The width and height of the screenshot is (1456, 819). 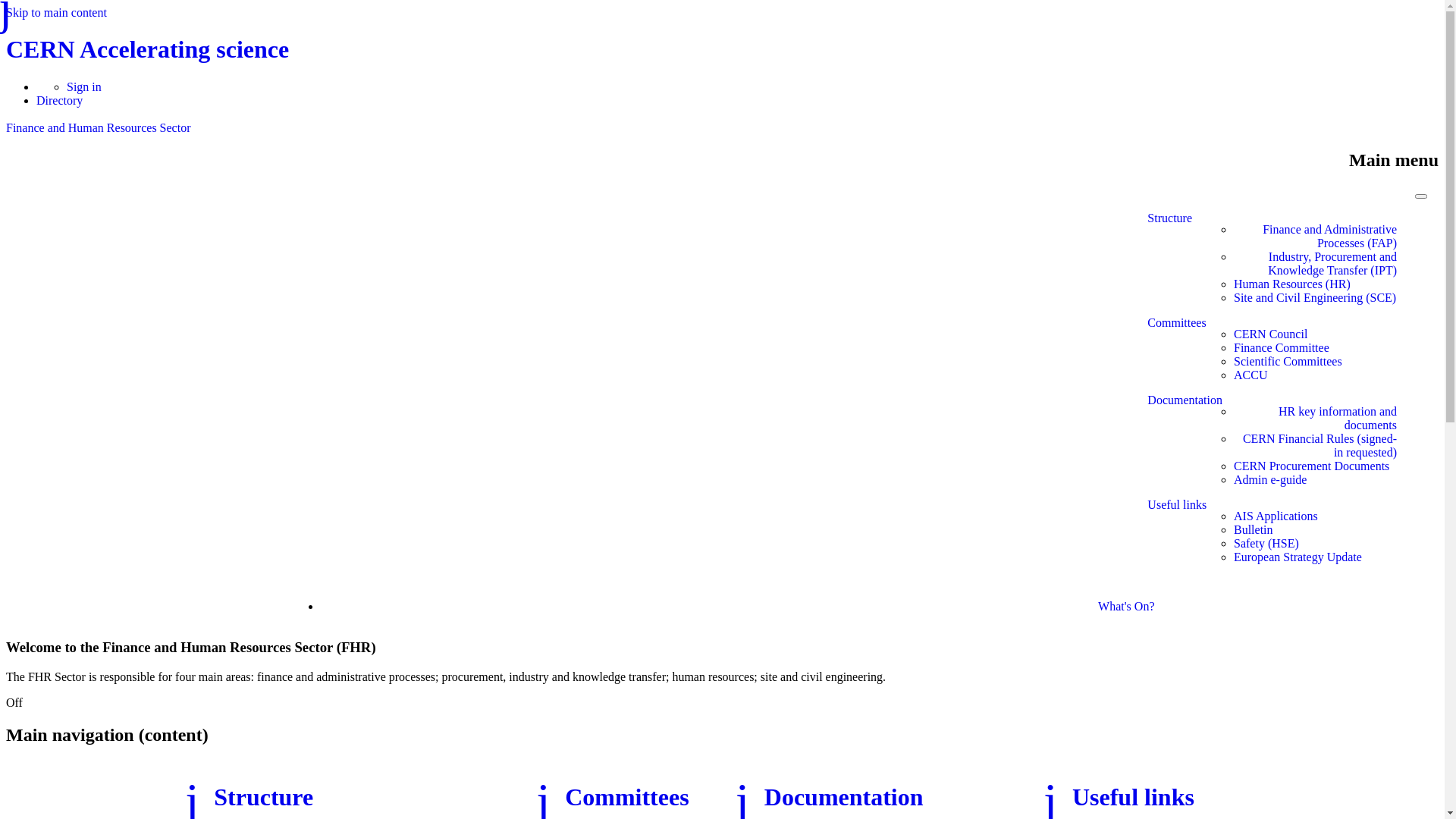 What do you see at coordinates (56, 12) in the screenshot?
I see `'Skip to main content'` at bounding box center [56, 12].